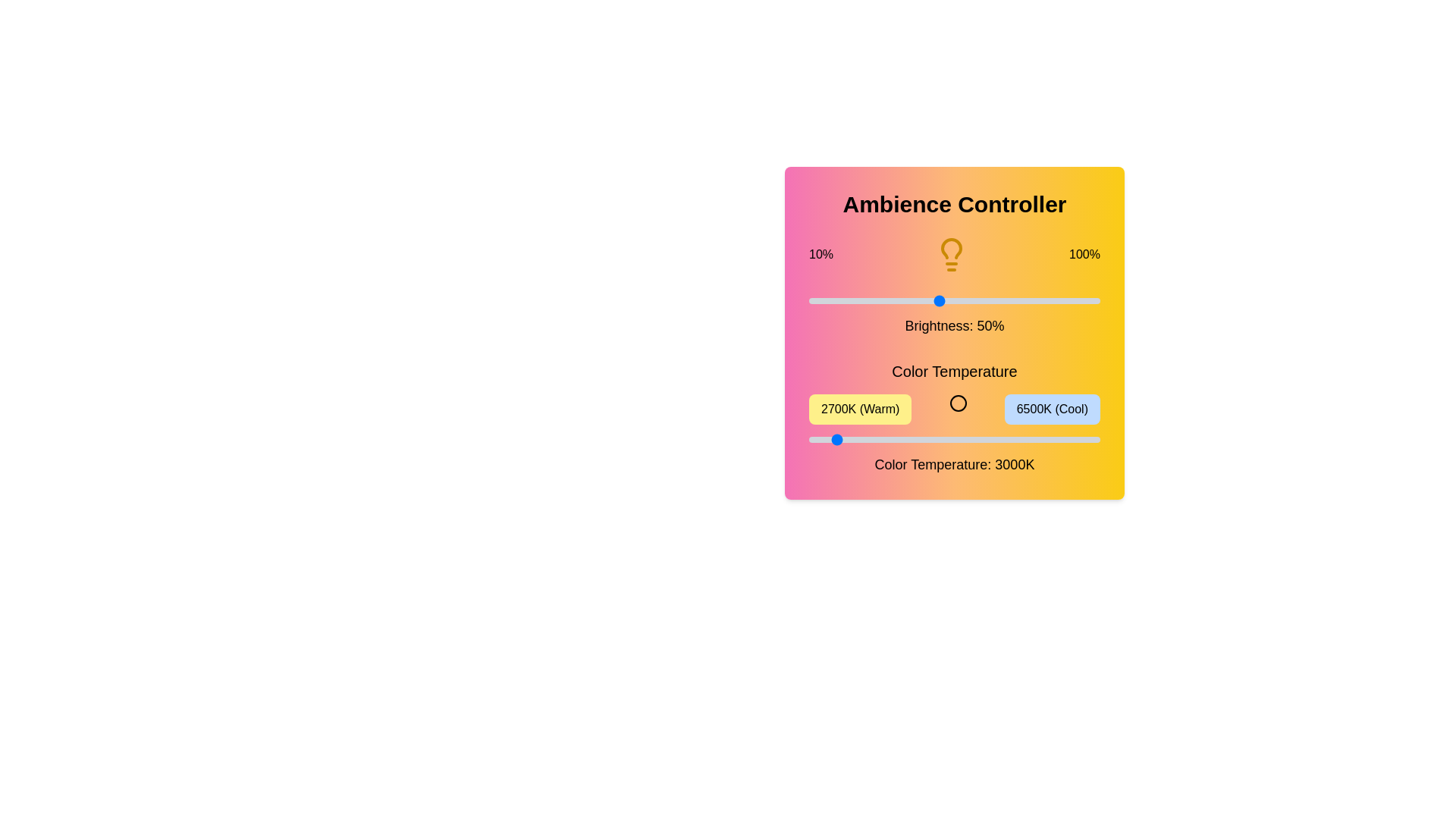 The height and width of the screenshot is (819, 1456). What do you see at coordinates (1090, 439) in the screenshot?
I see `the color temperature slider to 6372 K` at bounding box center [1090, 439].